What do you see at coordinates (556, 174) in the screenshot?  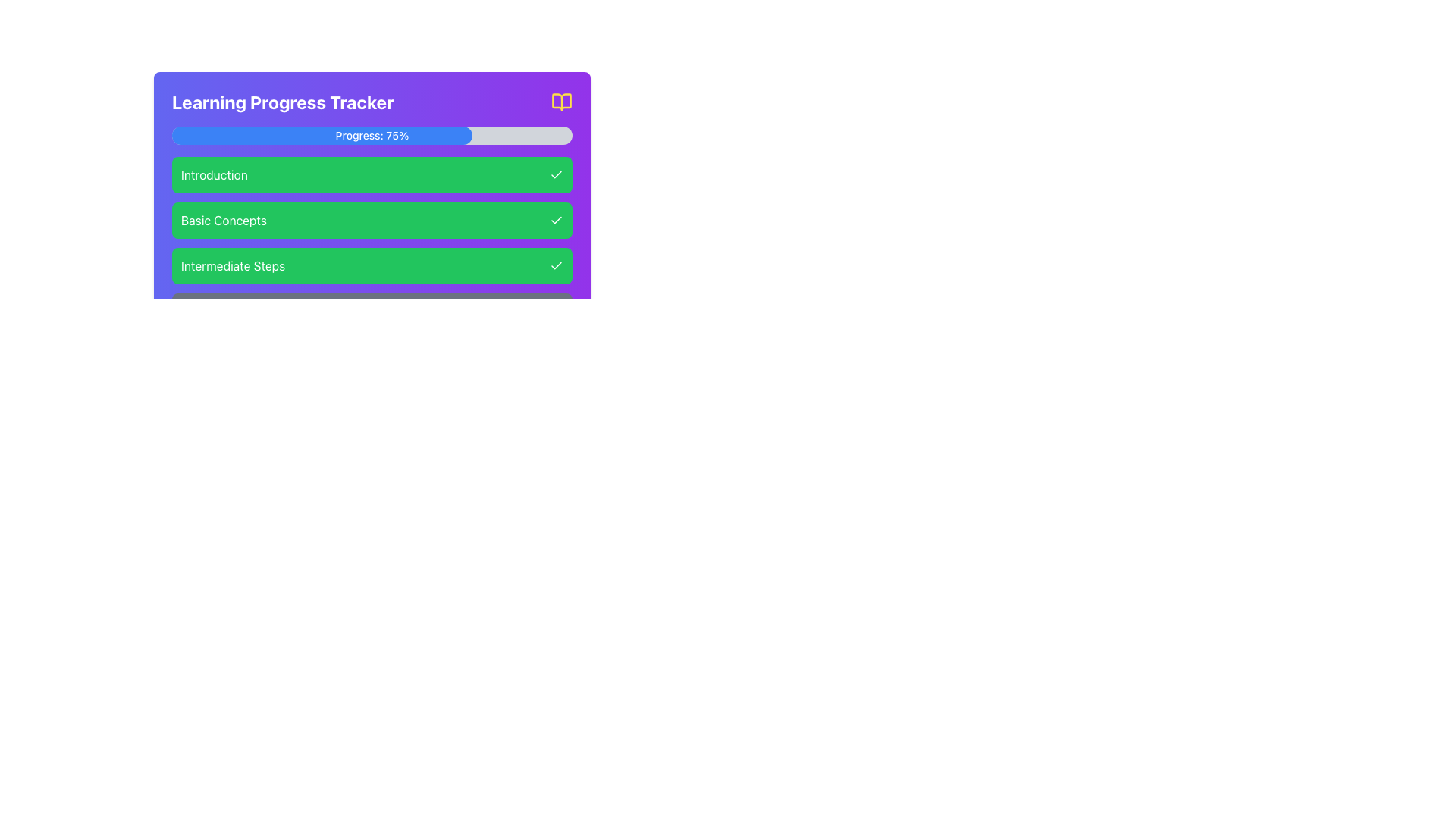 I see `the white checkmark icon located on the right side of the green rectangular button labeled 'Introduction'` at bounding box center [556, 174].